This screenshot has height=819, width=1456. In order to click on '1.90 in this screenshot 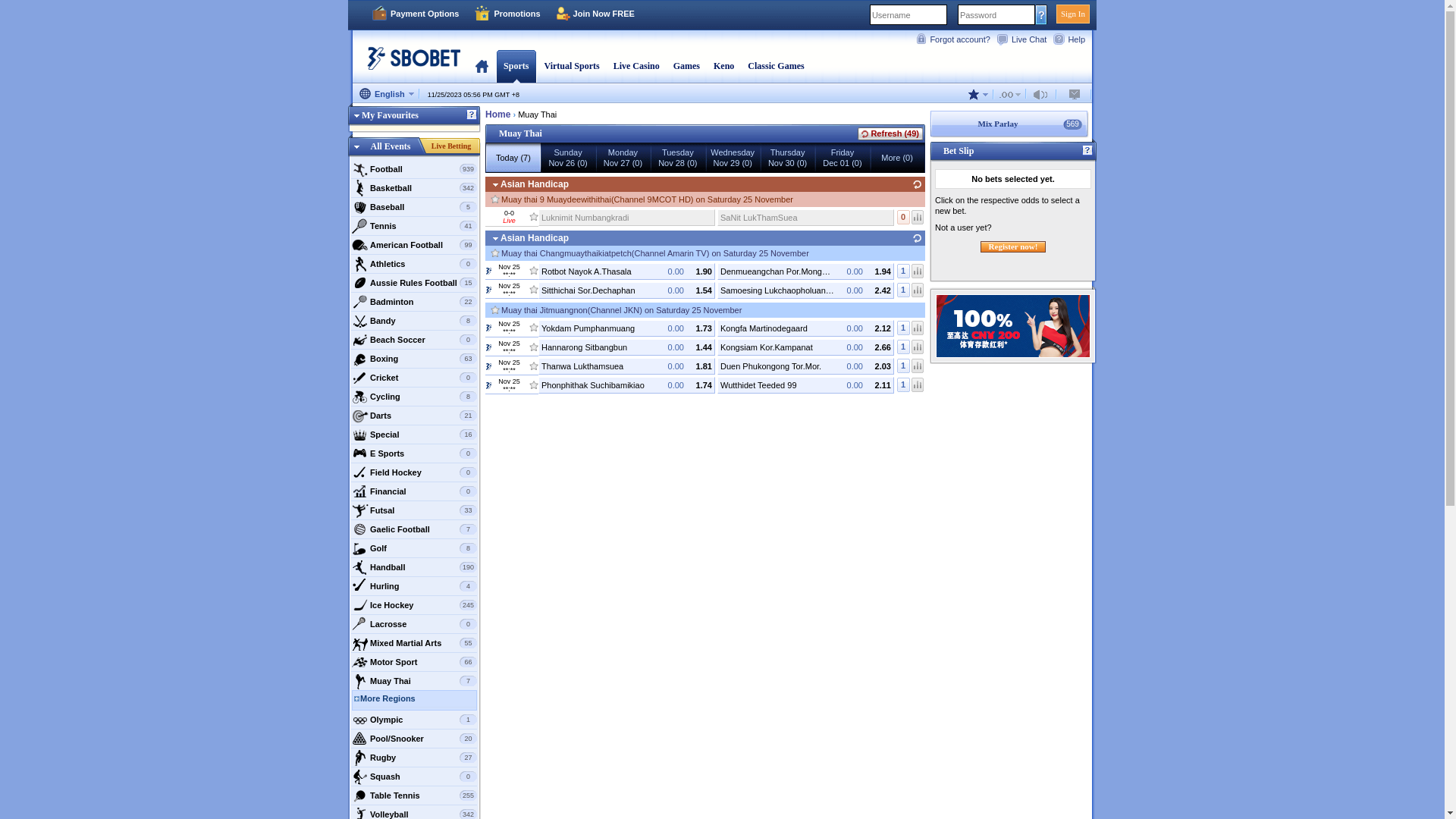, I will do `click(538, 270)`.